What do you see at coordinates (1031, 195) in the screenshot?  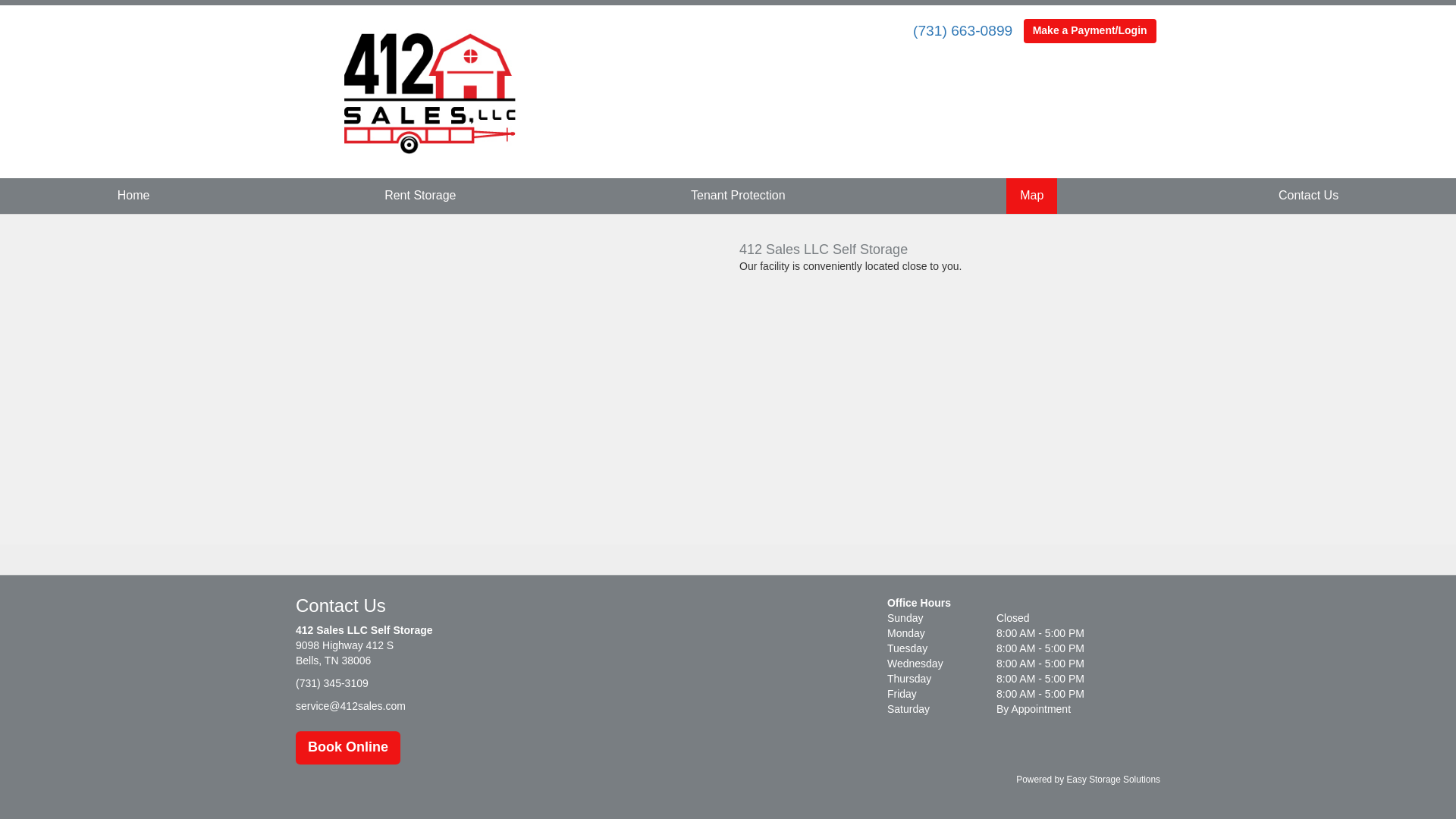 I see `'Map'` at bounding box center [1031, 195].